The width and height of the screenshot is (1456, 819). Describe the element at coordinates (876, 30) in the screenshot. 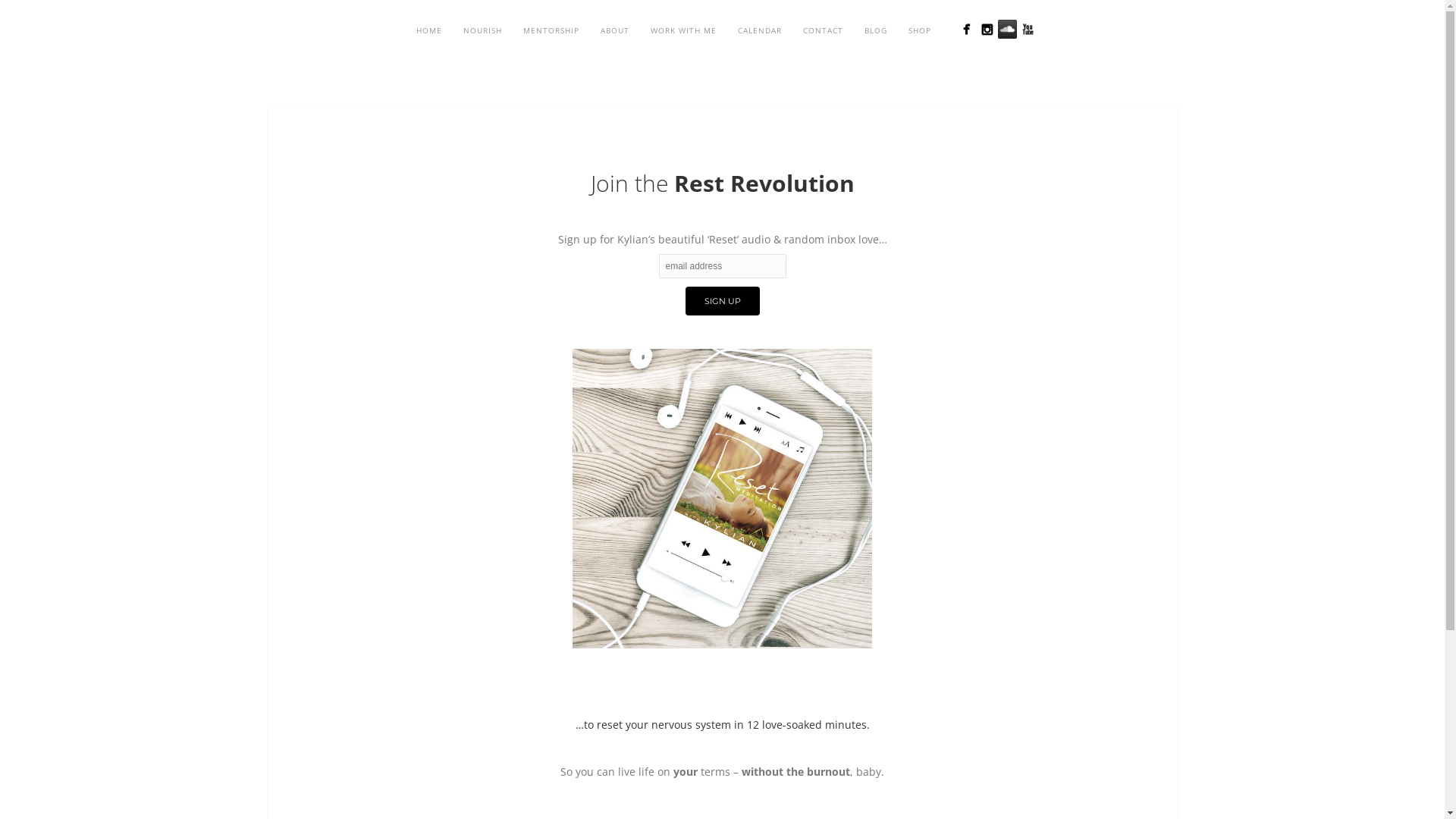

I see `'BLOG'` at that location.